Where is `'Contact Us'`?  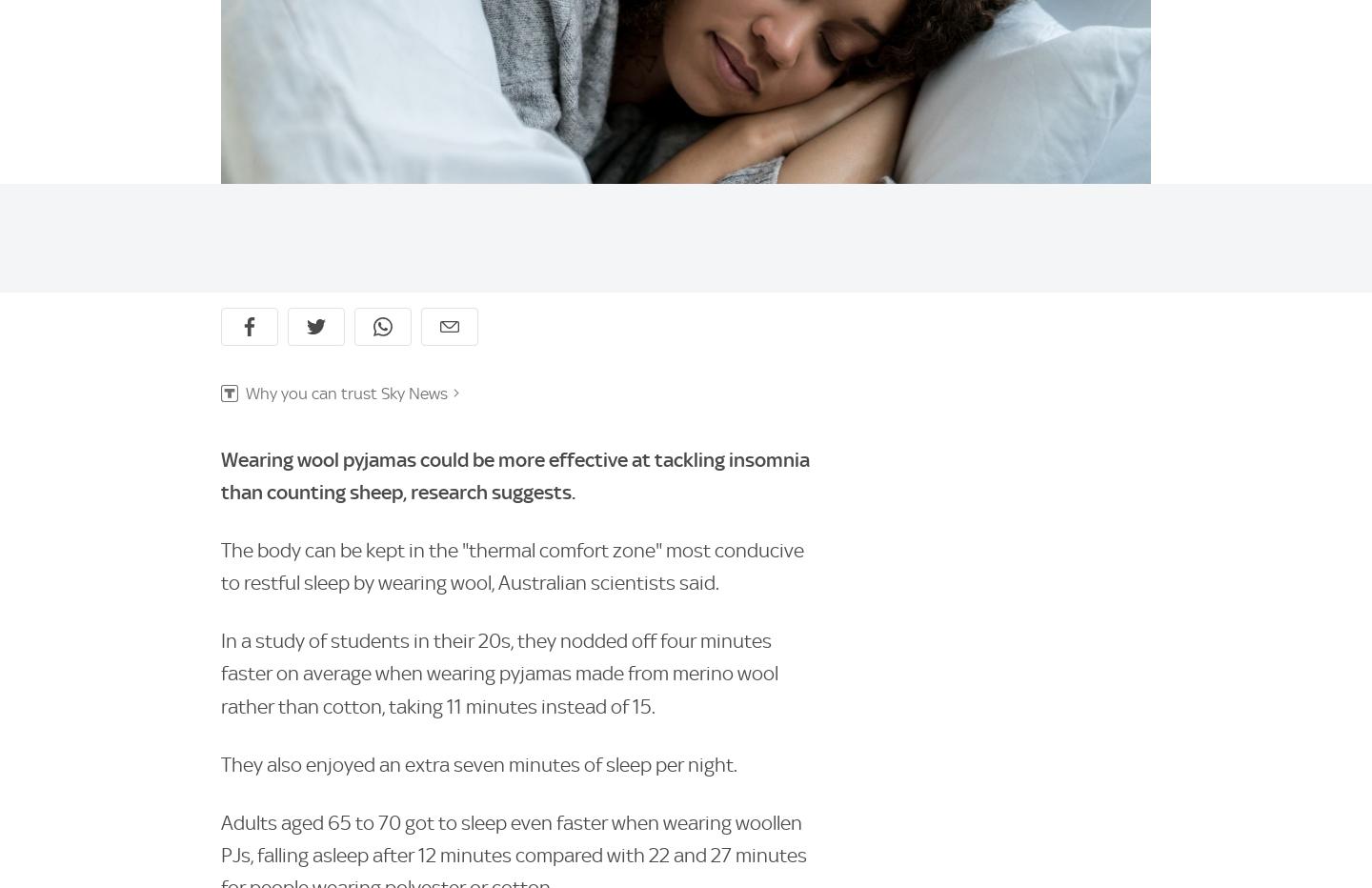
'Contact Us' is located at coordinates (825, 862).